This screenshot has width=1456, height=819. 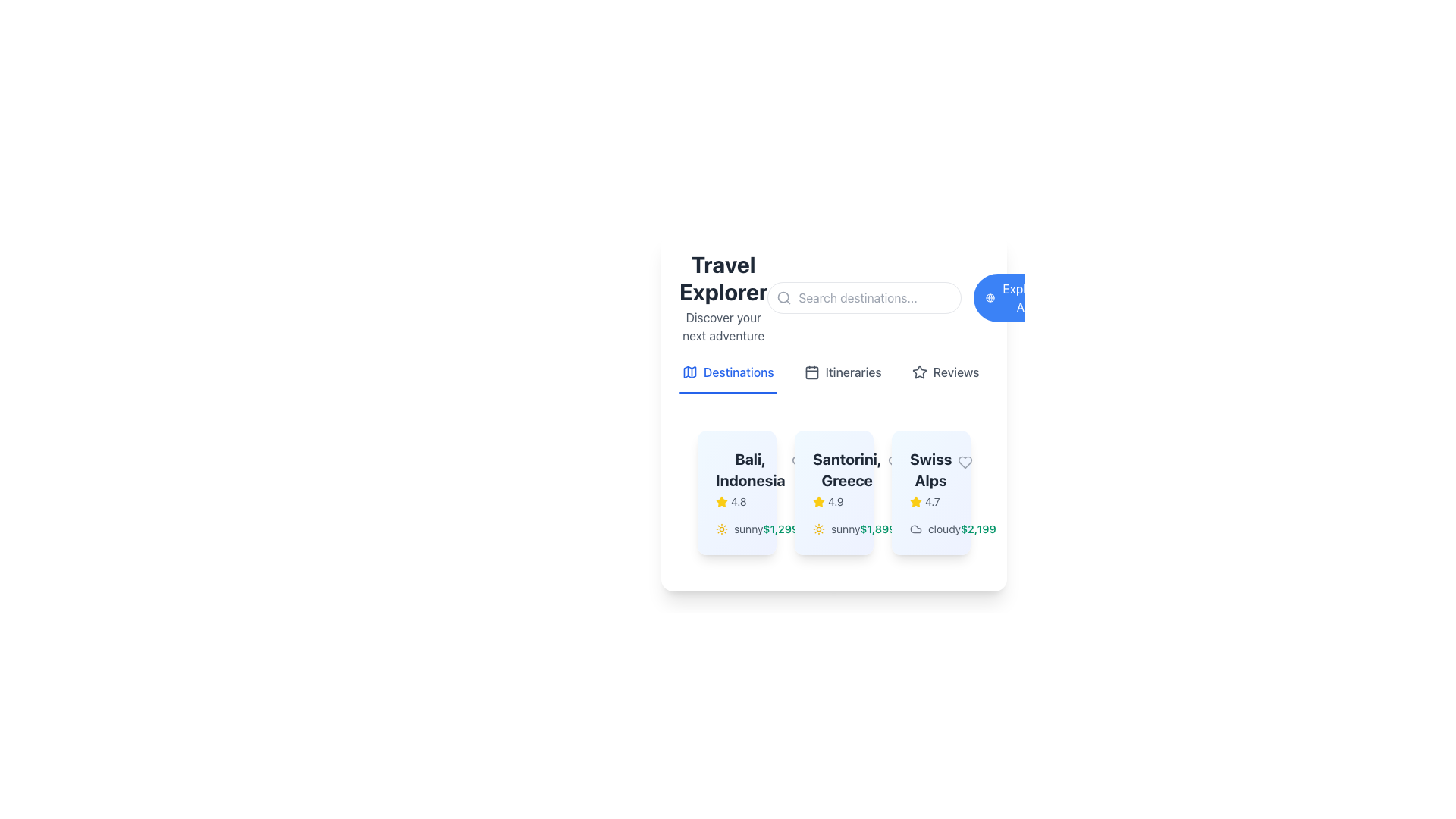 What do you see at coordinates (728, 391) in the screenshot?
I see `the selection indicator that visually emphasizes 'Destinations' as the active tab, located directly beneath the 'Destinations' label in the navigation menu` at bounding box center [728, 391].